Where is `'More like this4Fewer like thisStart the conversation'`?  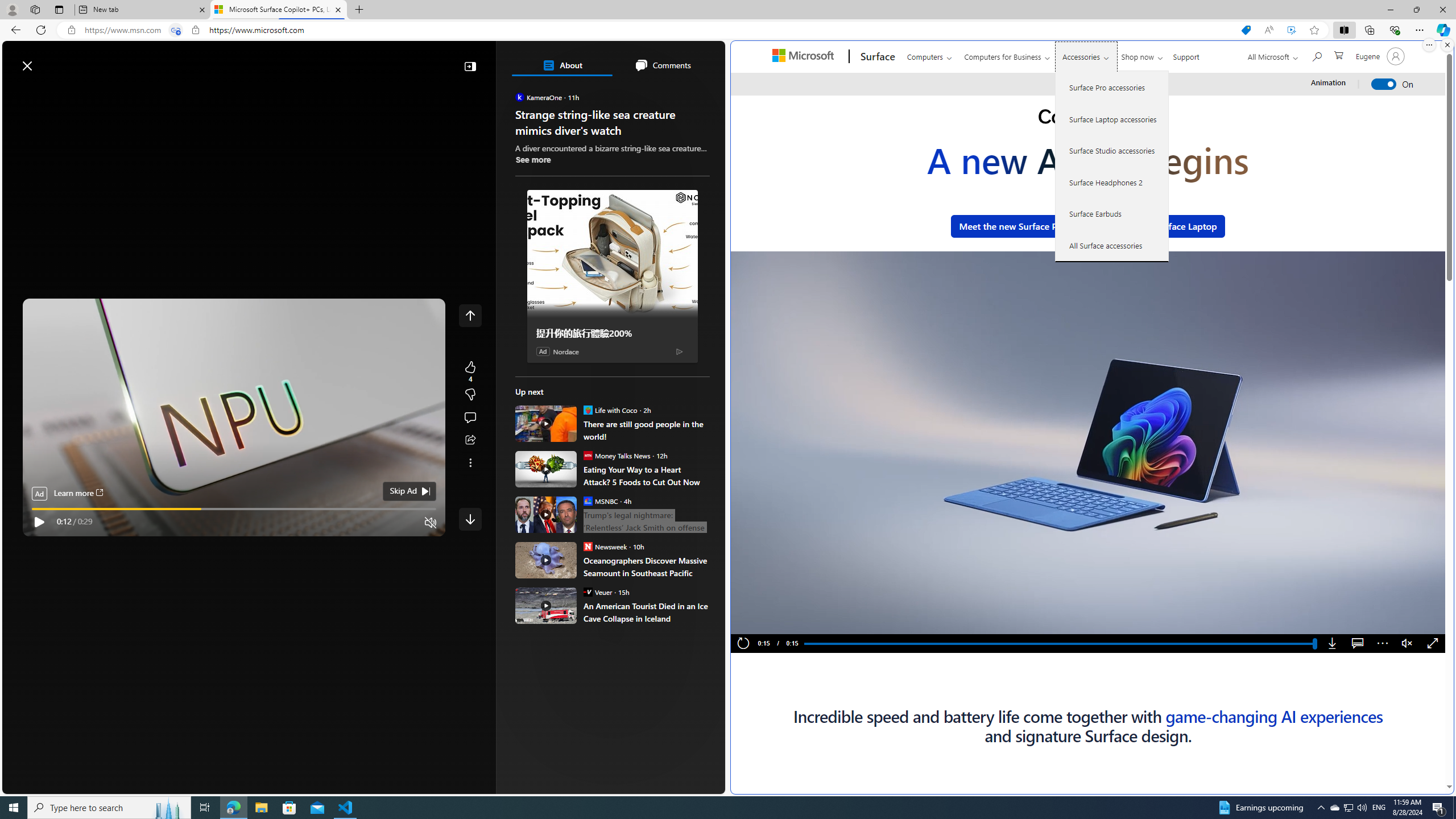
'More like this4Fewer like thisStart the conversation' is located at coordinates (470, 394).